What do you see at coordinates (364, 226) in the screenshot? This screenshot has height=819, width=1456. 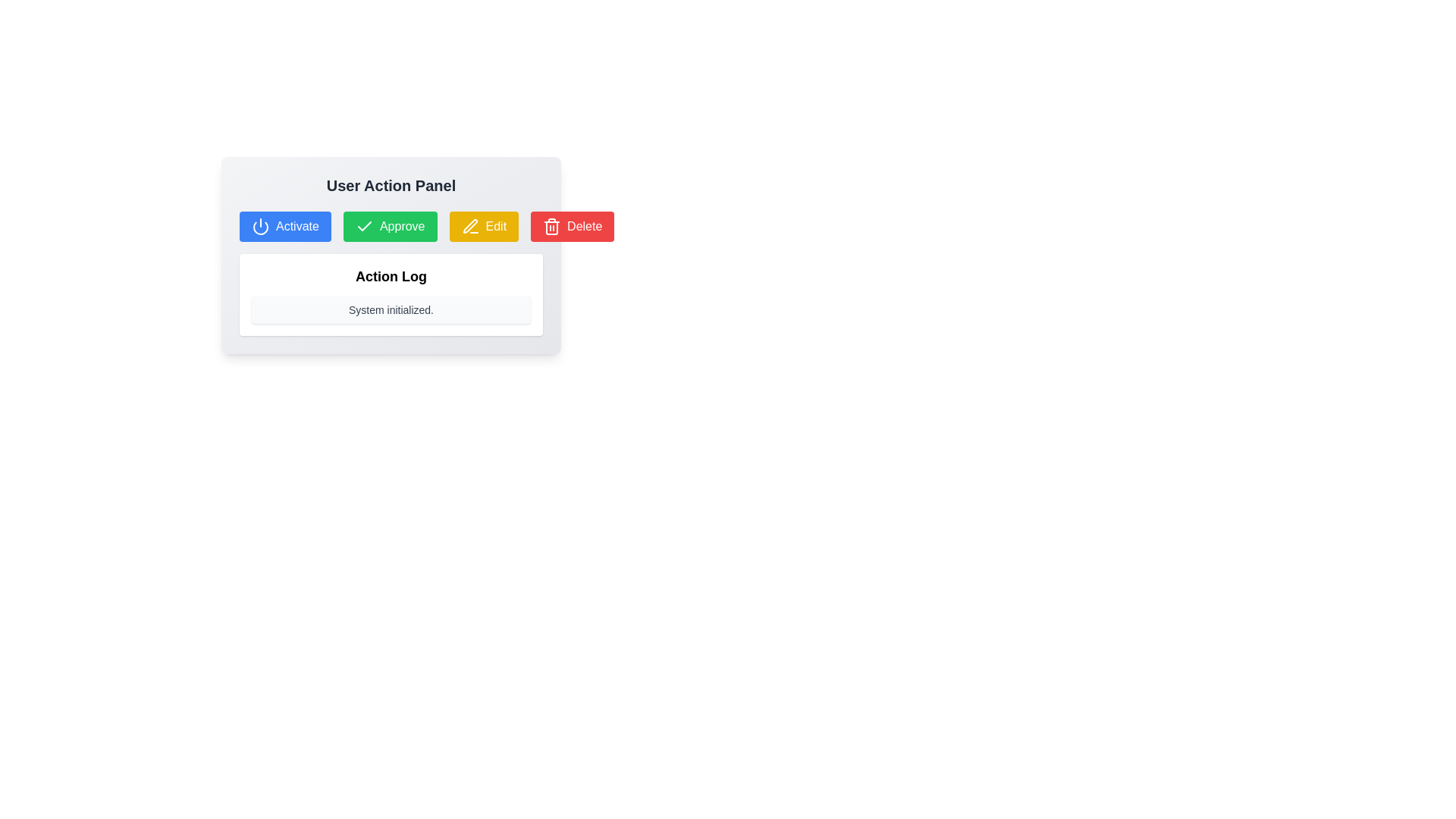 I see `the green 'Approve' icon` at bounding box center [364, 226].